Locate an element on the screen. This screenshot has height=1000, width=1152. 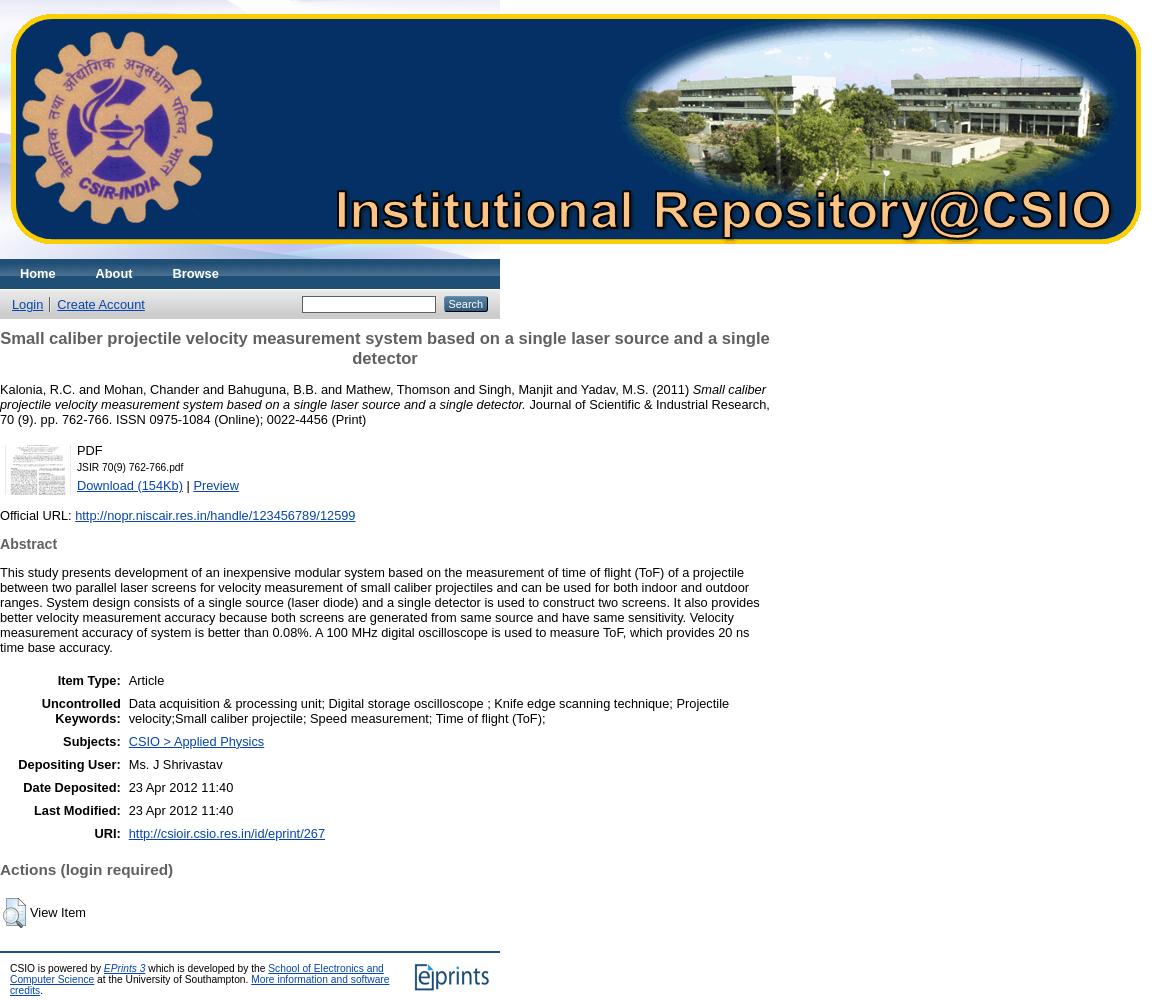
'http://csioir.csio.res.in/id/eprint/267' is located at coordinates (126, 831).